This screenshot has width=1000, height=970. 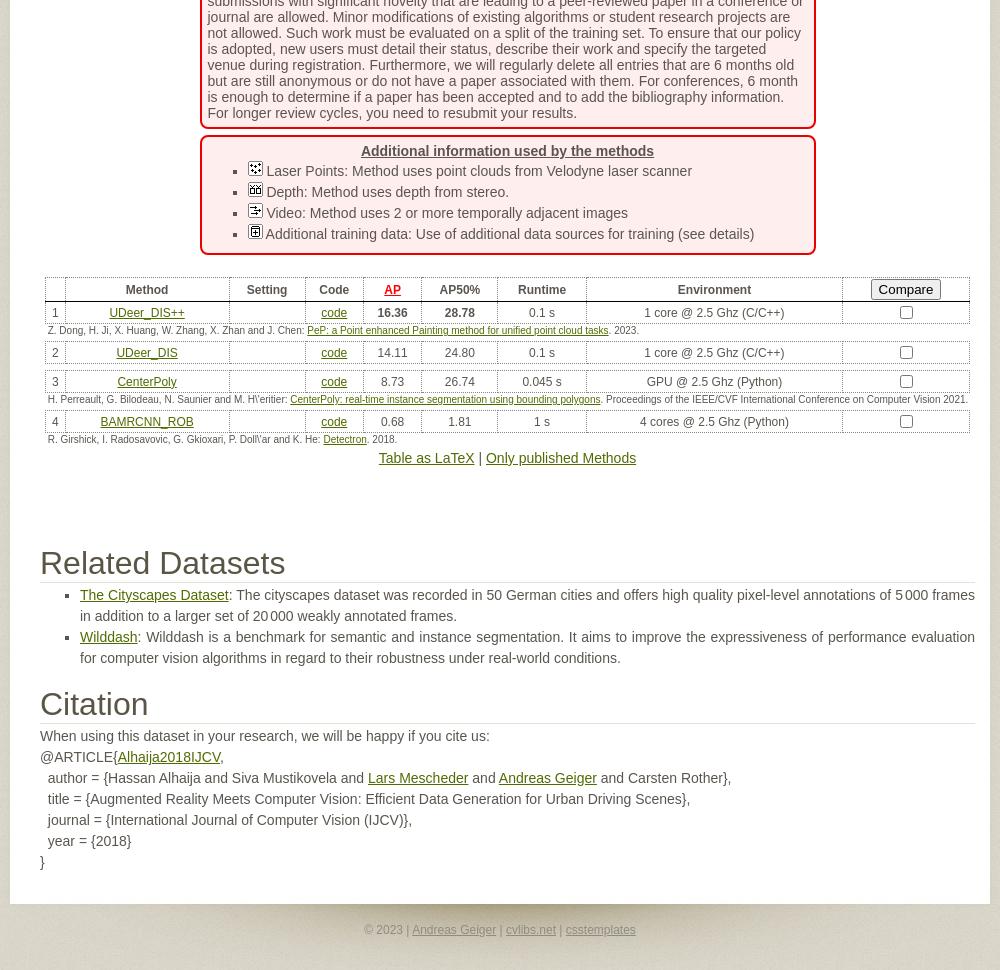 I want to click on '8.73', so click(x=392, y=380).